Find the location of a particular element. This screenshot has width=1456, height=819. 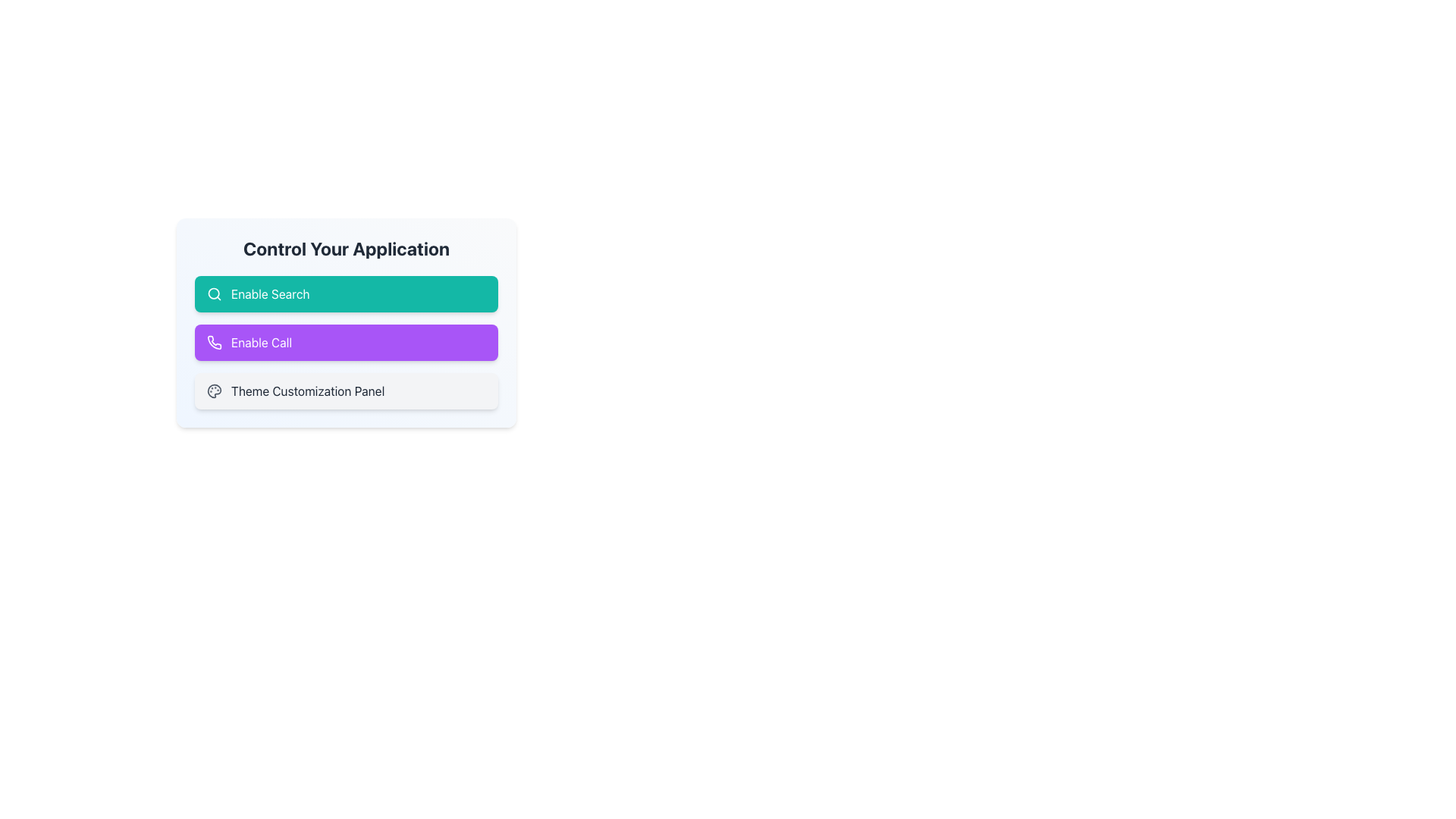

the circular SVG graphic element with a white outline, located at the center of the magnifying glass icon in the top-left area of the 'Enable Search' button is located at coordinates (213, 293).